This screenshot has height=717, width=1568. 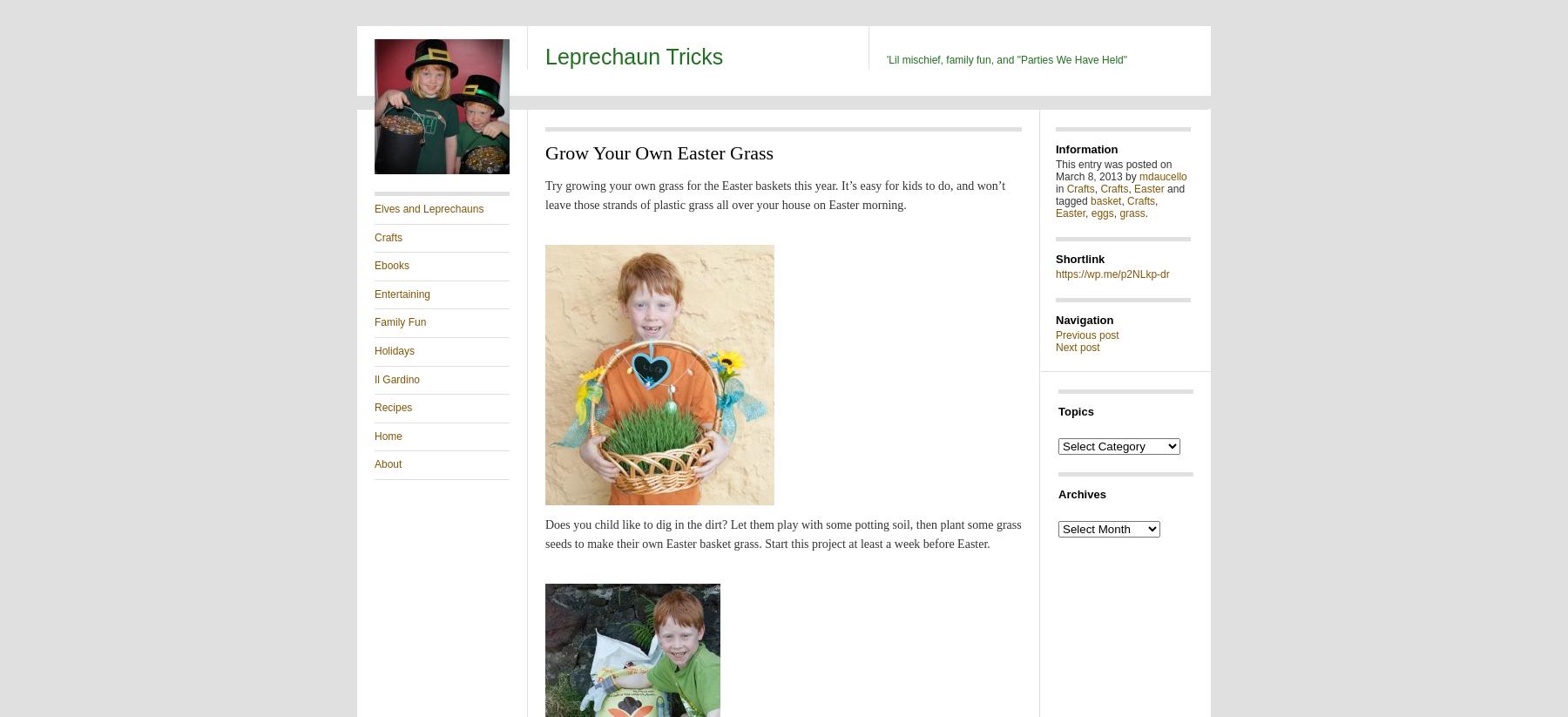 What do you see at coordinates (774, 195) in the screenshot?
I see `'Try growing your own grass for the Easter baskets this year. It’s easy for kids to do, and won’t leave those strands of plastic grass all over your house on Easter morning.'` at bounding box center [774, 195].